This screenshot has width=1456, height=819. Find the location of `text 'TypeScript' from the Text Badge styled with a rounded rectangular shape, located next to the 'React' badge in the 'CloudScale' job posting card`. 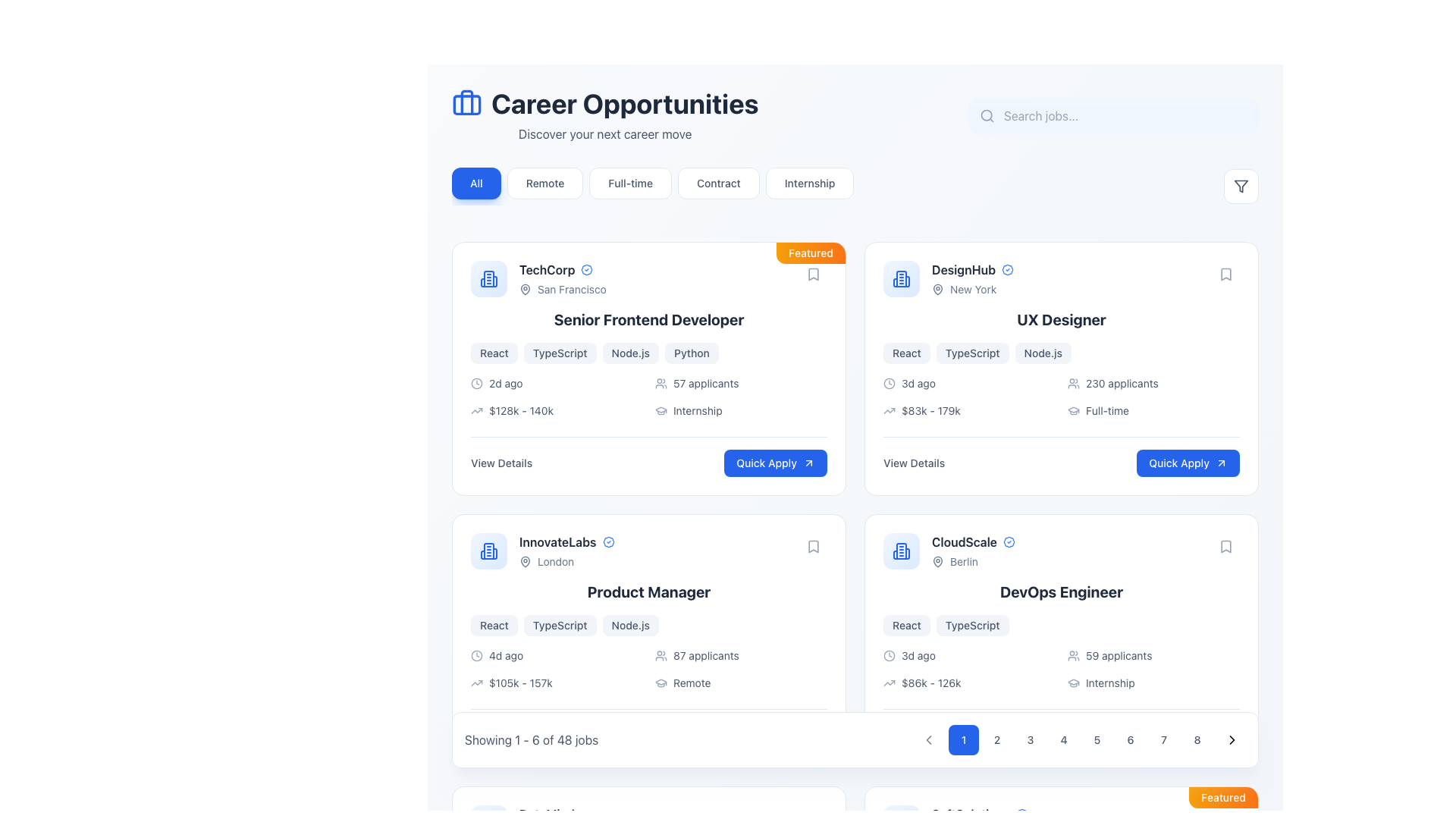

text 'TypeScript' from the Text Badge styled with a rounded rectangular shape, located next to the 'React' badge in the 'CloudScale' job posting card is located at coordinates (972, 626).